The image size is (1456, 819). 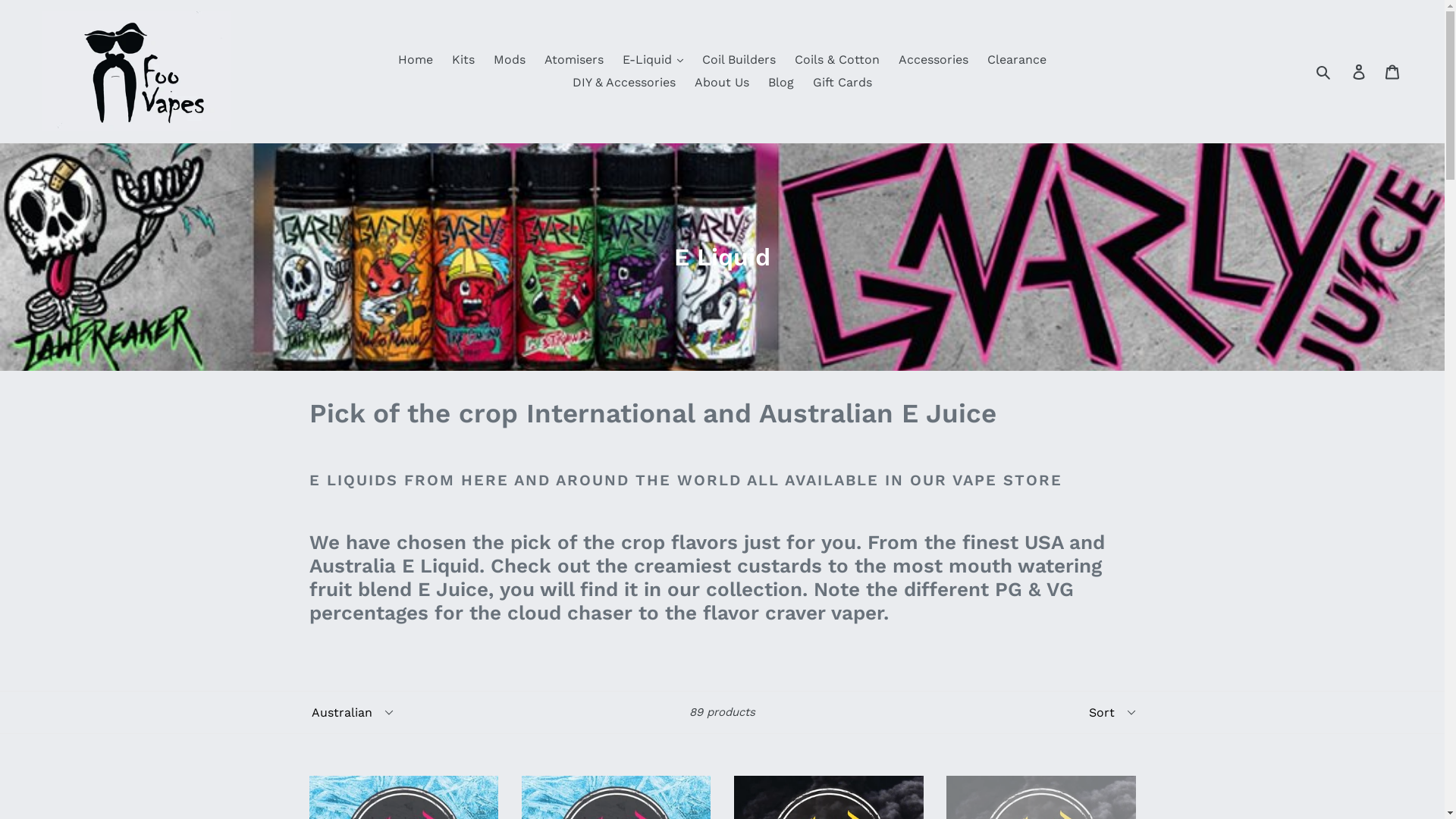 I want to click on 'Blog', so click(x=781, y=82).